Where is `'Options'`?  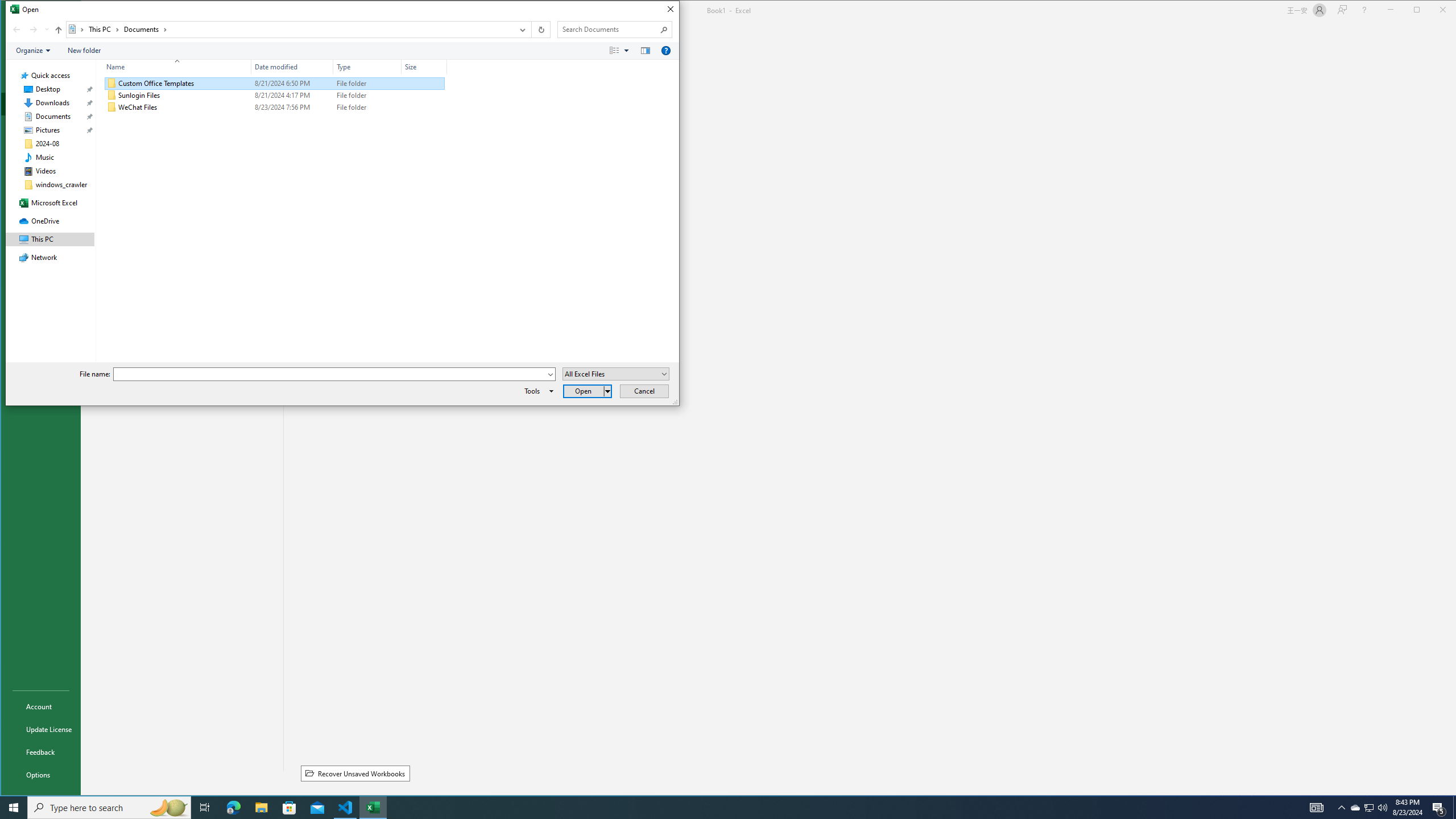
'Options' is located at coordinates (40, 775).